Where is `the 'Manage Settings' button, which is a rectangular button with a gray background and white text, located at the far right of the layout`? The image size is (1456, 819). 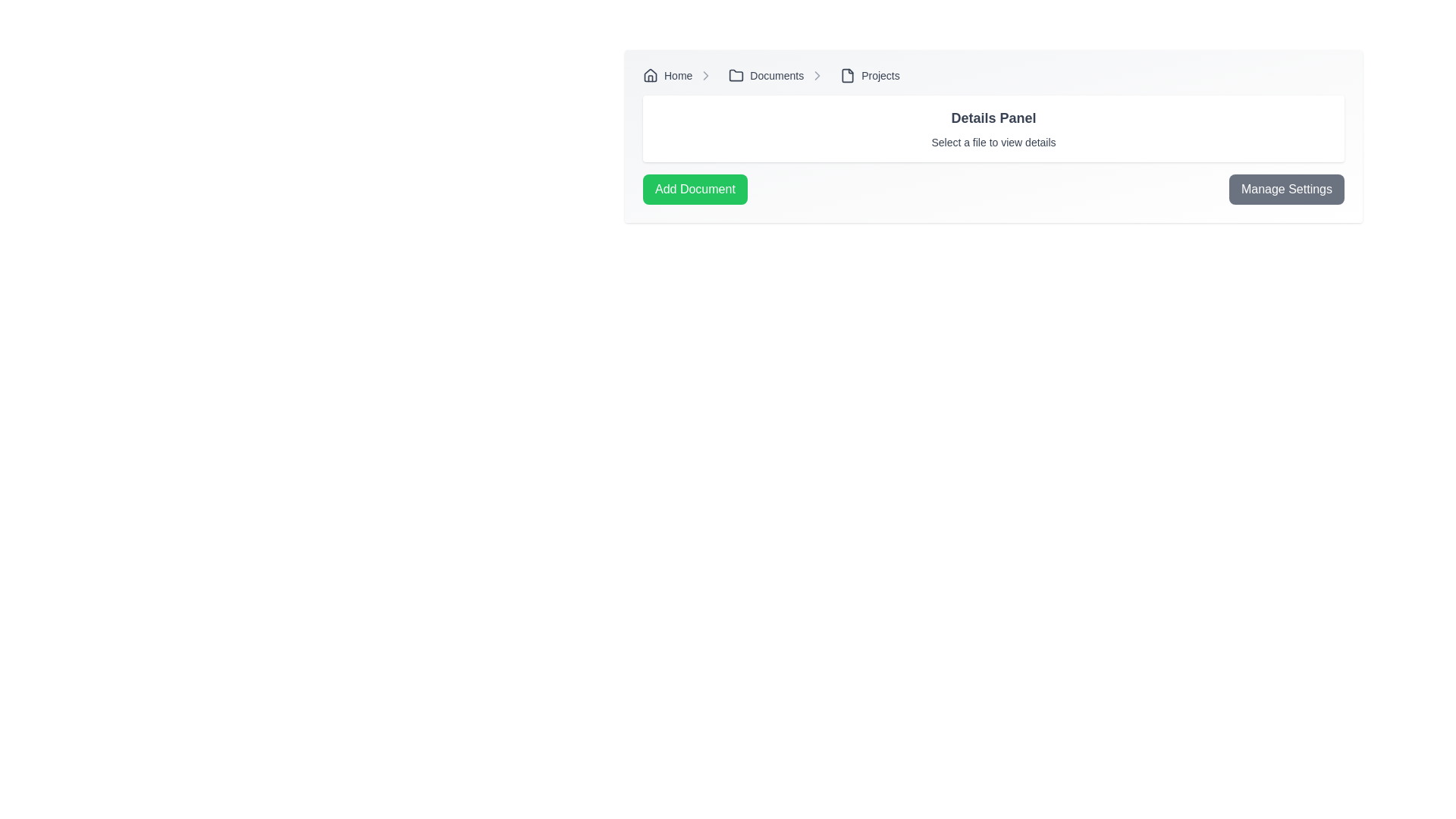 the 'Manage Settings' button, which is a rectangular button with a gray background and white text, located at the far right of the layout is located at coordinates (1285, 189).